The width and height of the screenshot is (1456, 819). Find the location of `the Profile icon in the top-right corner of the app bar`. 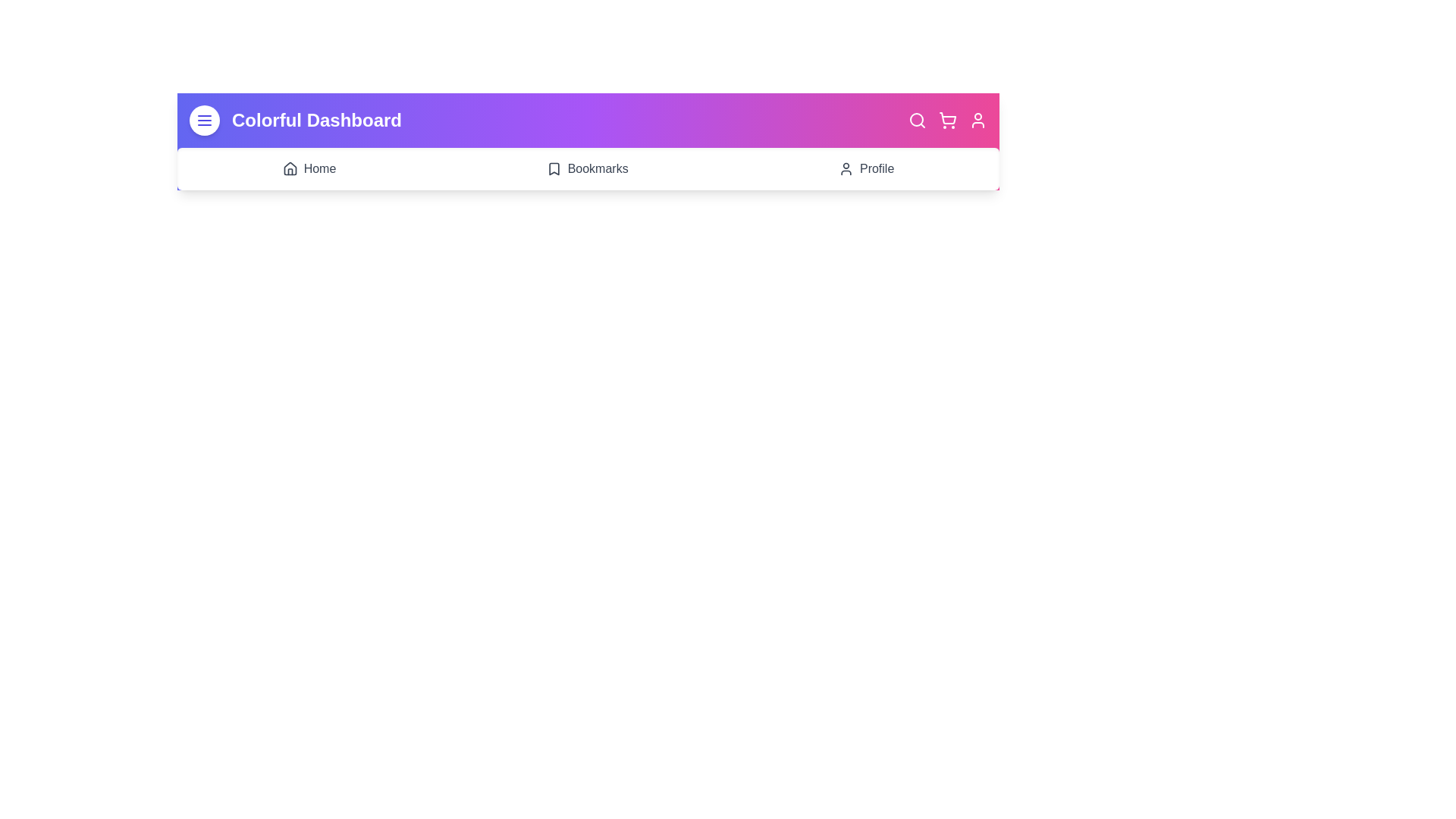

the Profile icon in the top-right corner of the app bar is located at coordinates (978, 119).